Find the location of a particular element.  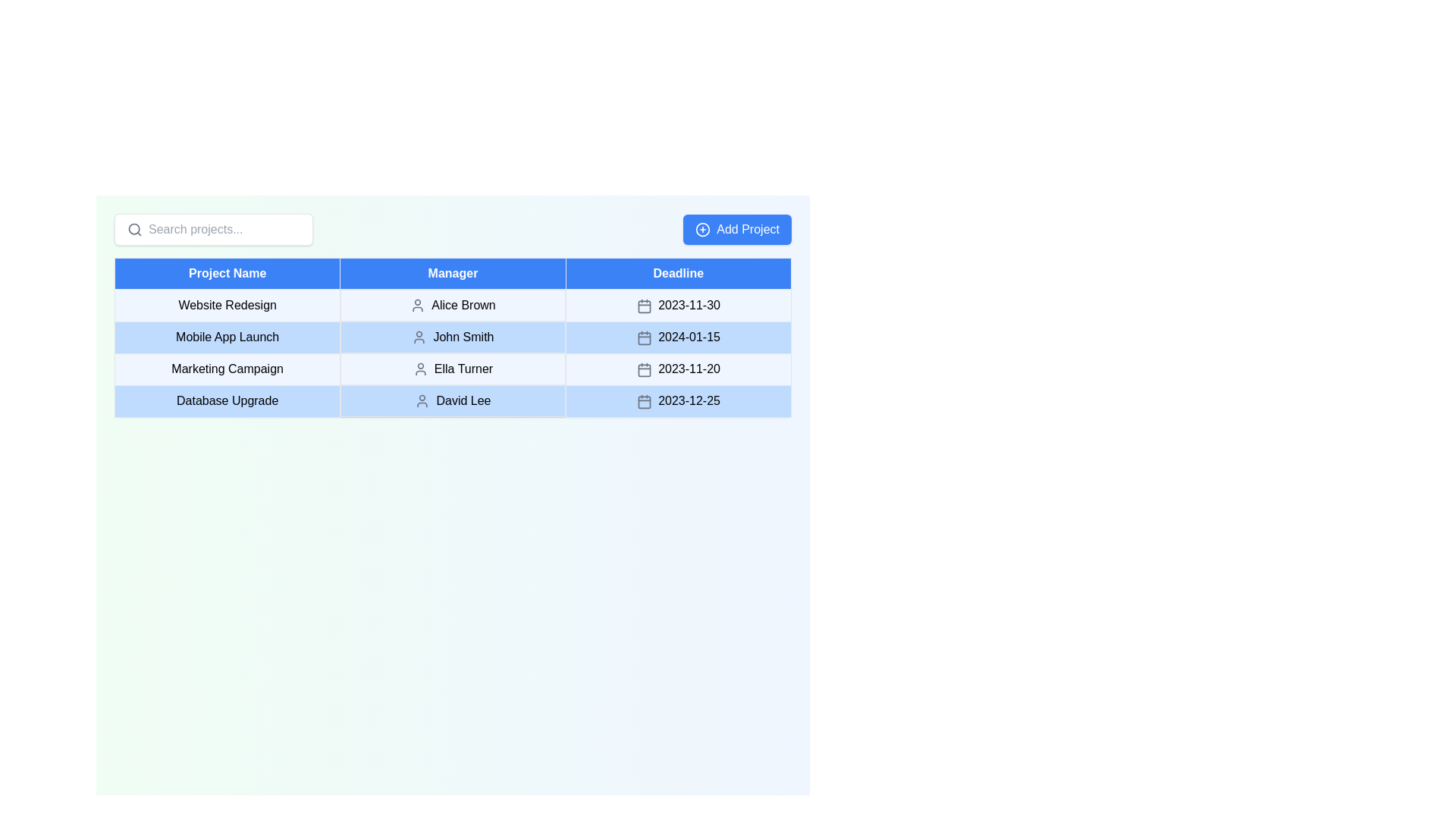

the fourth table row containing project details for 'Database Upgrade,' managed by 'David Lee,' with a deadline of '2023-12-25' is located at coordinates (452, 400).